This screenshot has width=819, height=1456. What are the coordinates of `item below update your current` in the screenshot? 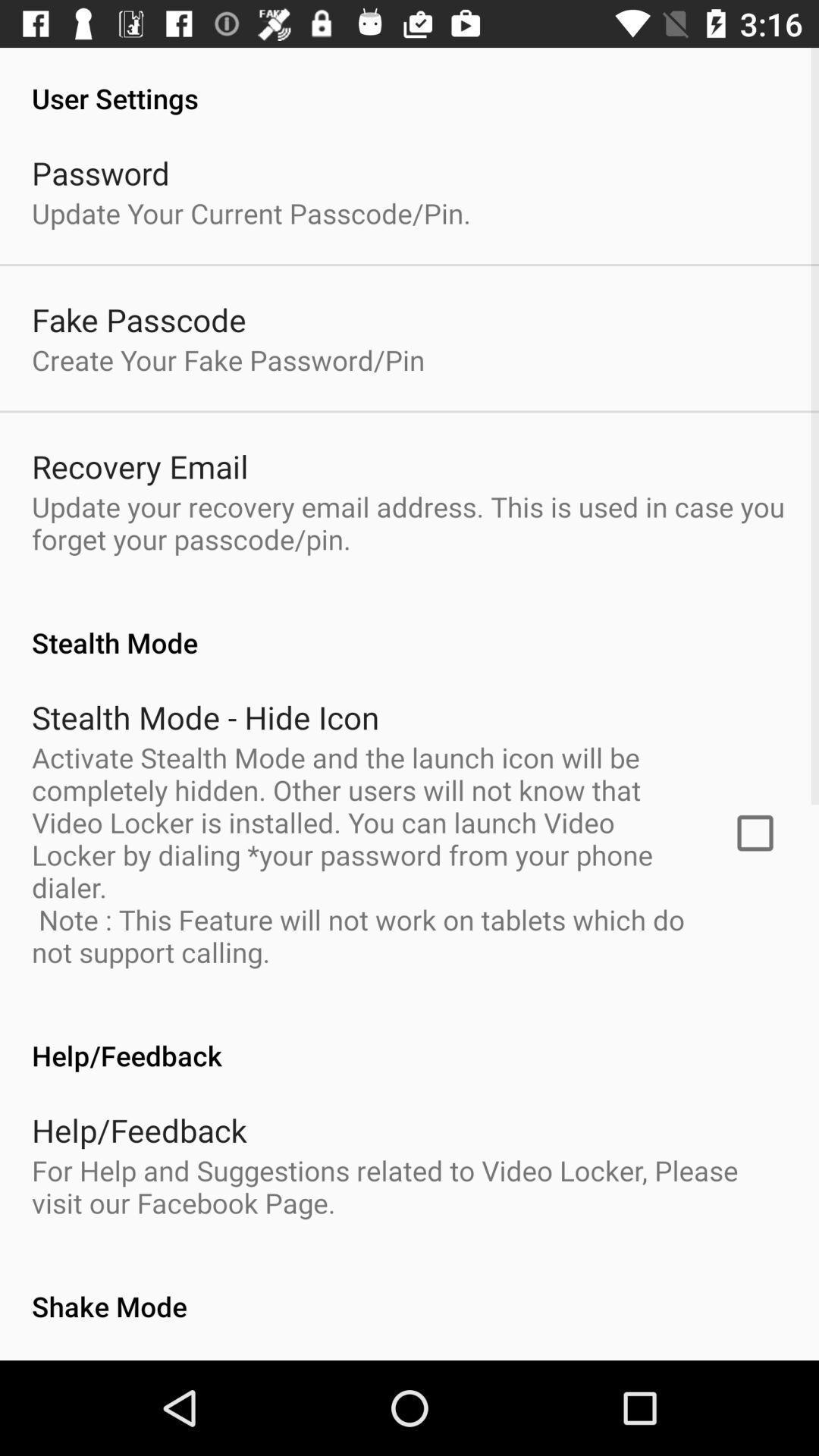 It's located at (139, 318).